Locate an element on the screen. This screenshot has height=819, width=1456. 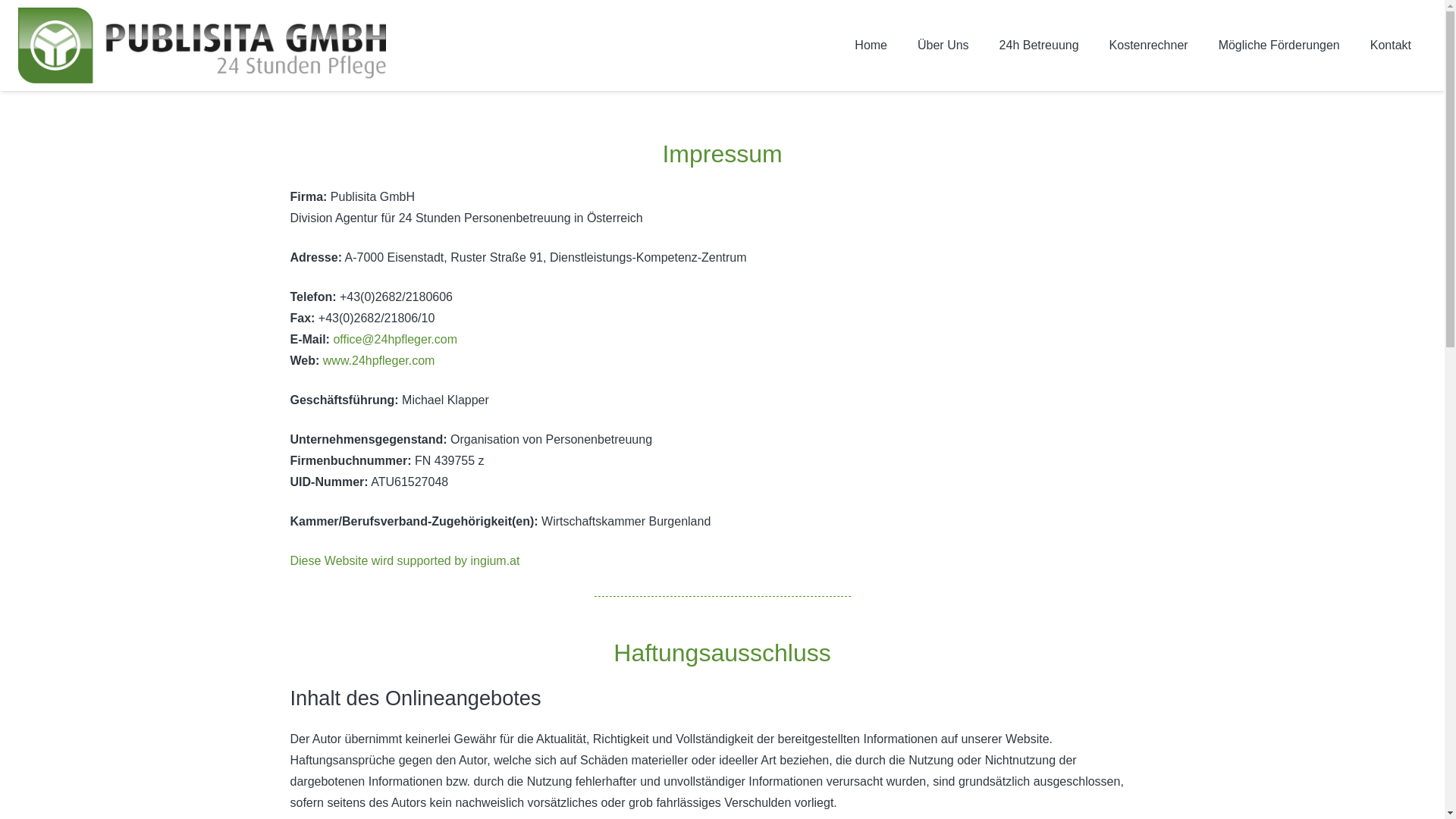
'Home' is located at coordinates (871, 45).